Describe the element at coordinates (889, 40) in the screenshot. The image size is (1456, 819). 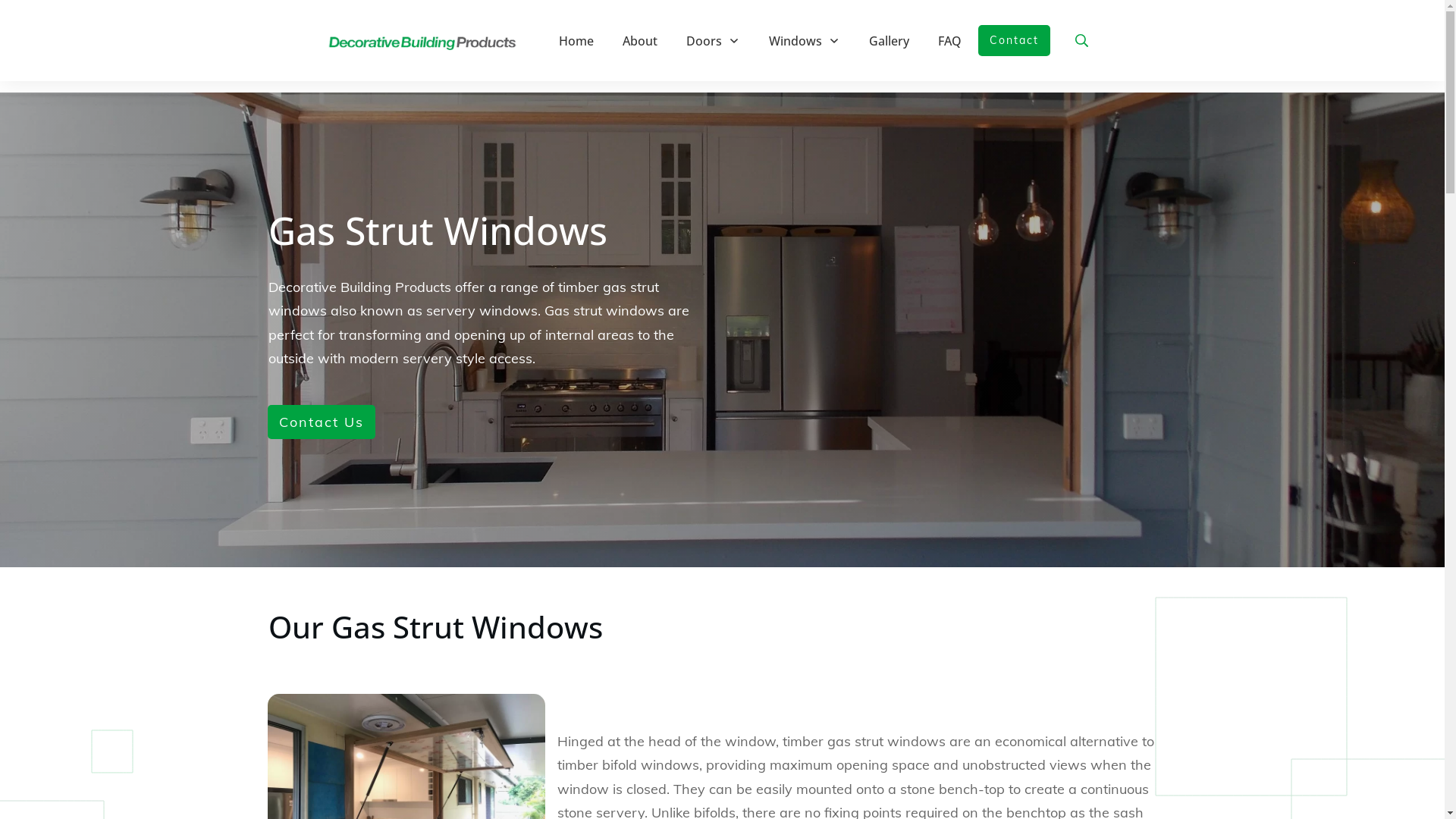
I see `'Gallery'` at that location.